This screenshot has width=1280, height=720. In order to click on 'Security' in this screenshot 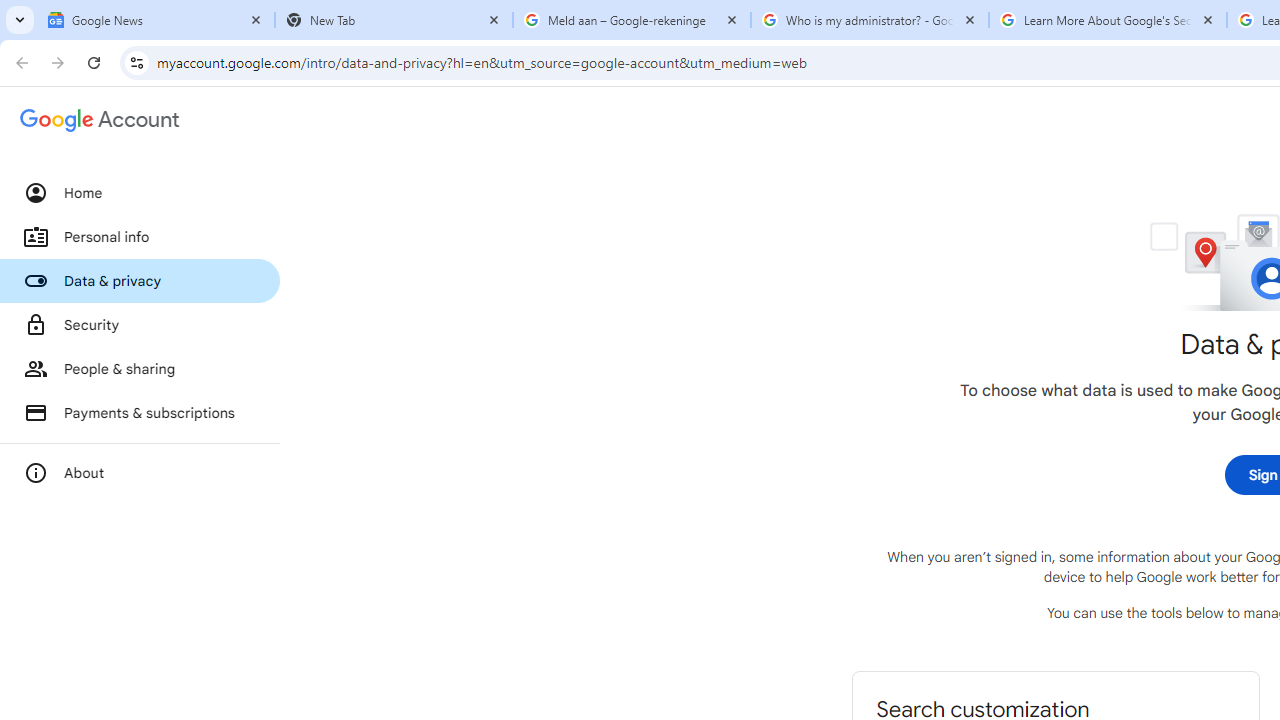, I will do `click(139, 324)`.